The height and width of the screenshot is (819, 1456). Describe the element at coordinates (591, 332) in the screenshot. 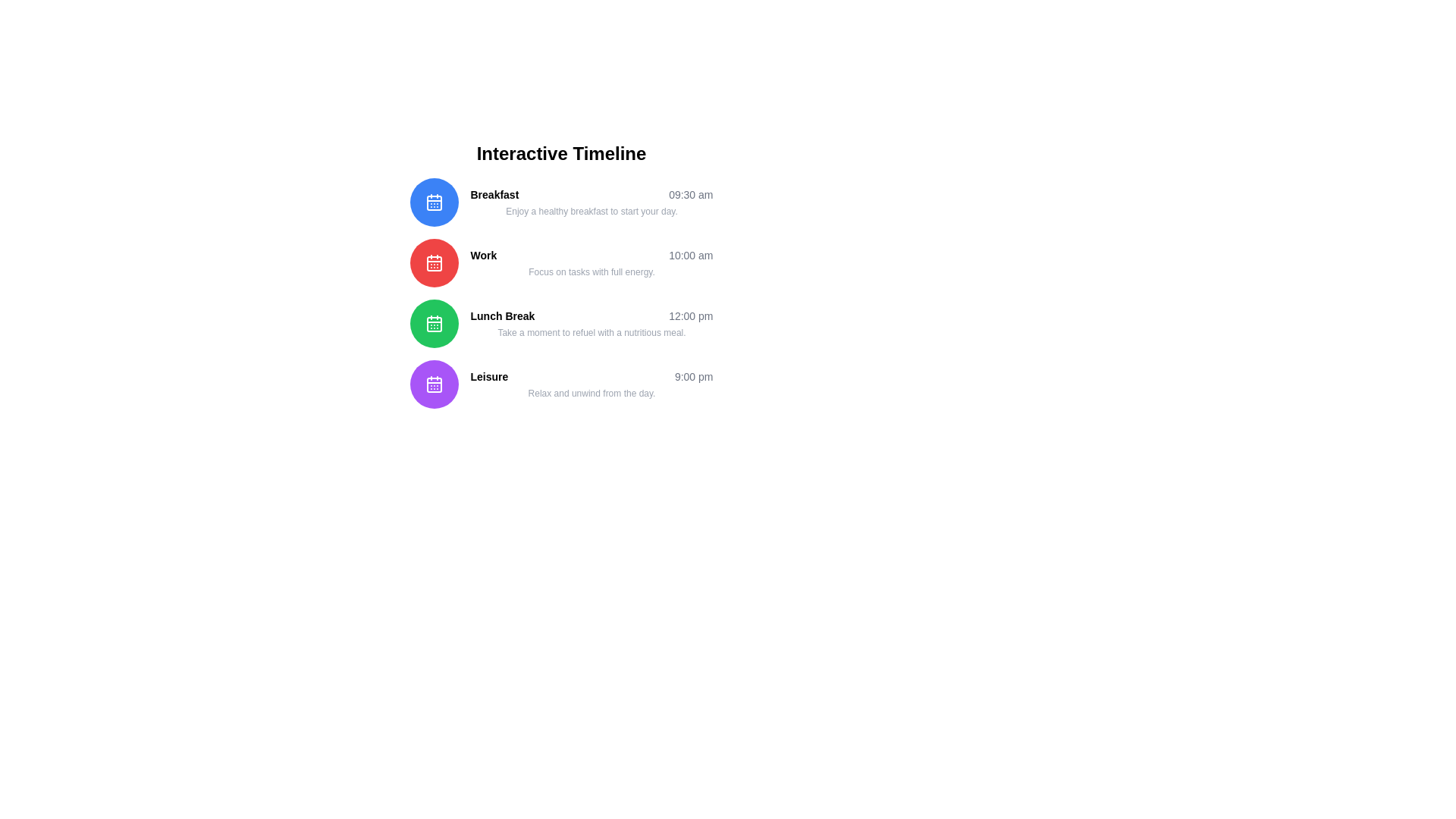

I see `text element displaying 'Take a moment to refuel with a nutritious meal.' located under the heading 'Lunch Break' and the time '12:00 pm'` at that location.